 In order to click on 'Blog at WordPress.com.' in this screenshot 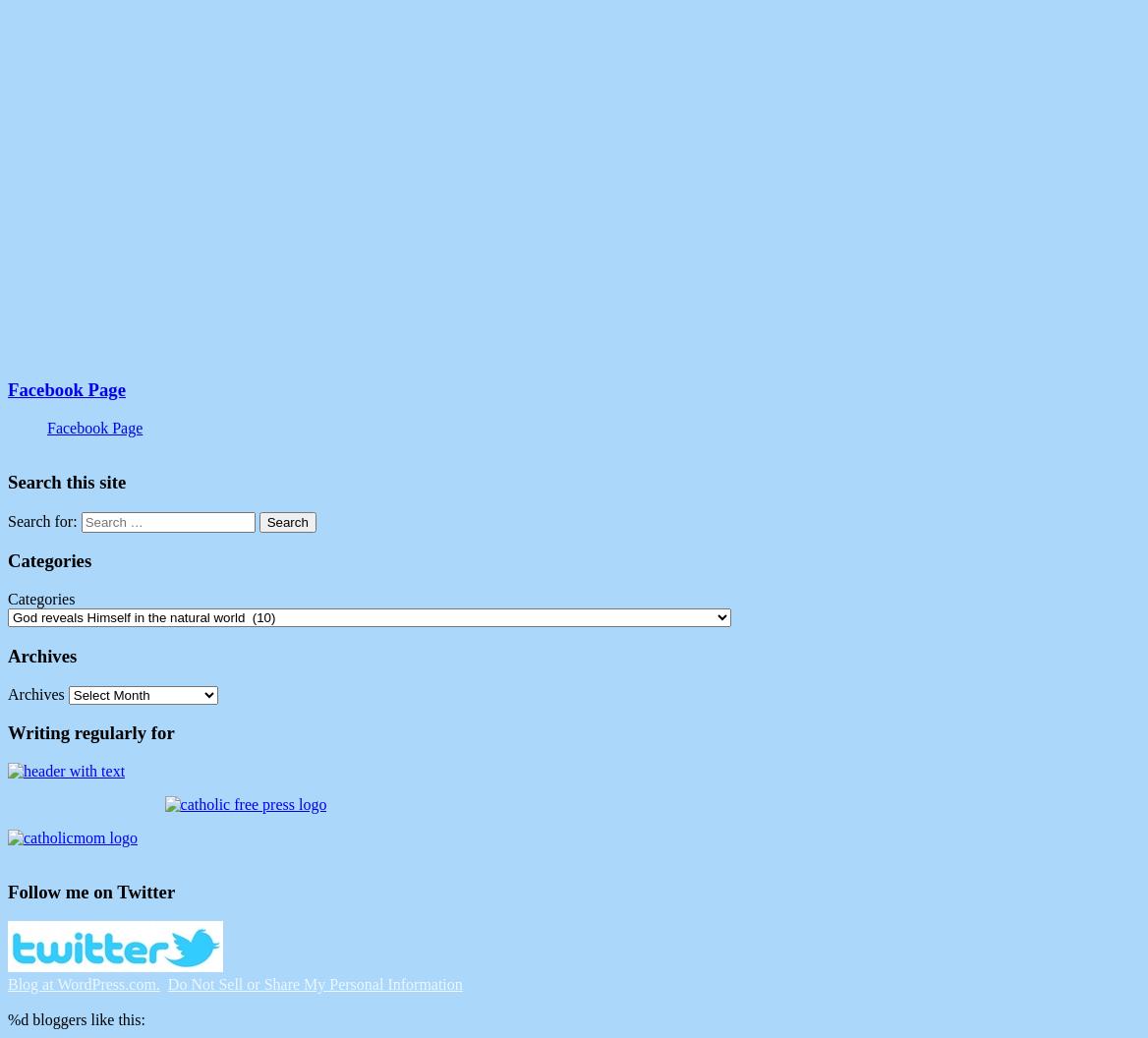, I will do `click(7, 983)`.